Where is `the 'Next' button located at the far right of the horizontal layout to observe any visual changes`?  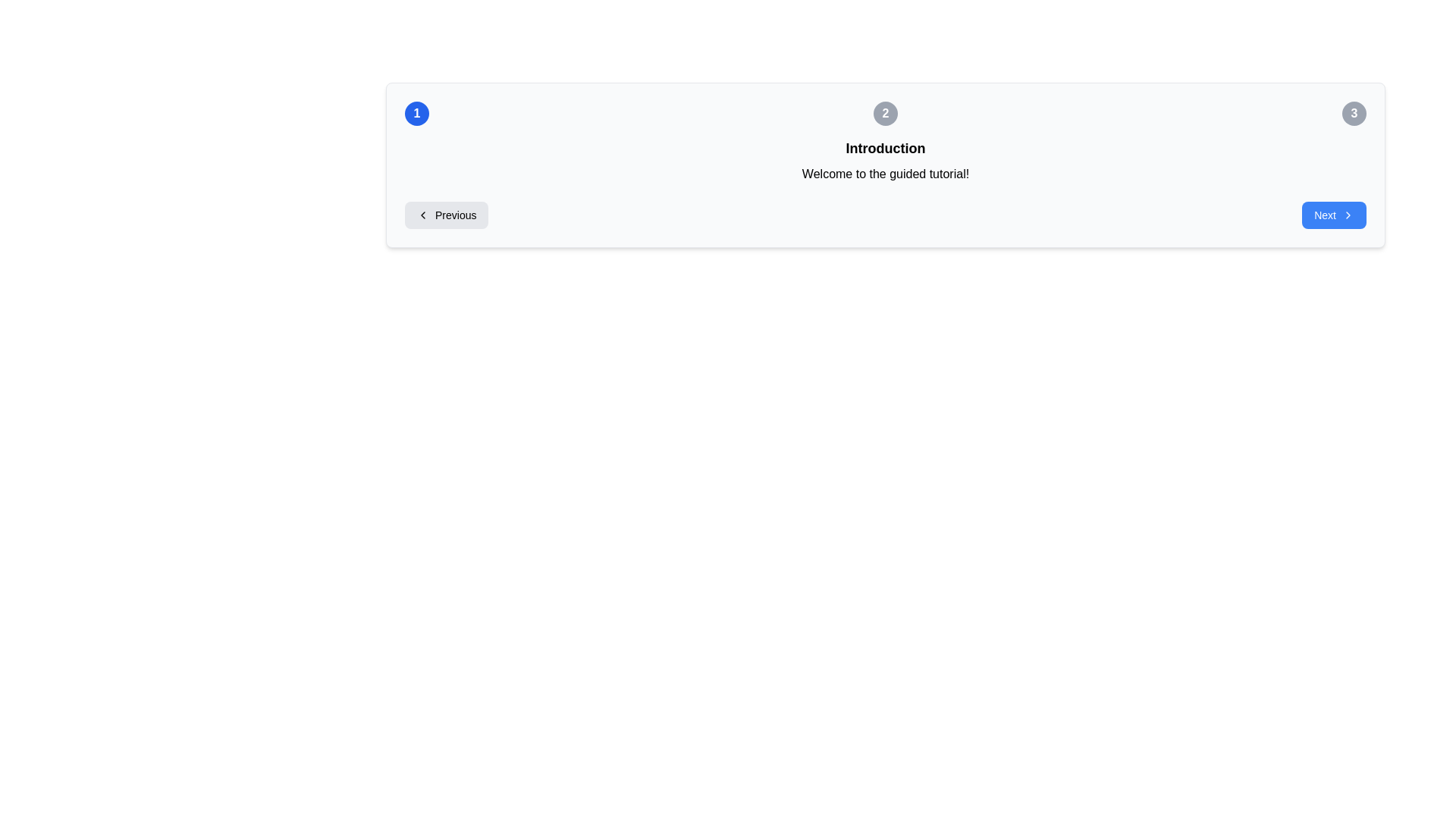
the 'Next' button located at the far right of the horizontal layout to observe any visual changes is located at coordinates (1333, 215).